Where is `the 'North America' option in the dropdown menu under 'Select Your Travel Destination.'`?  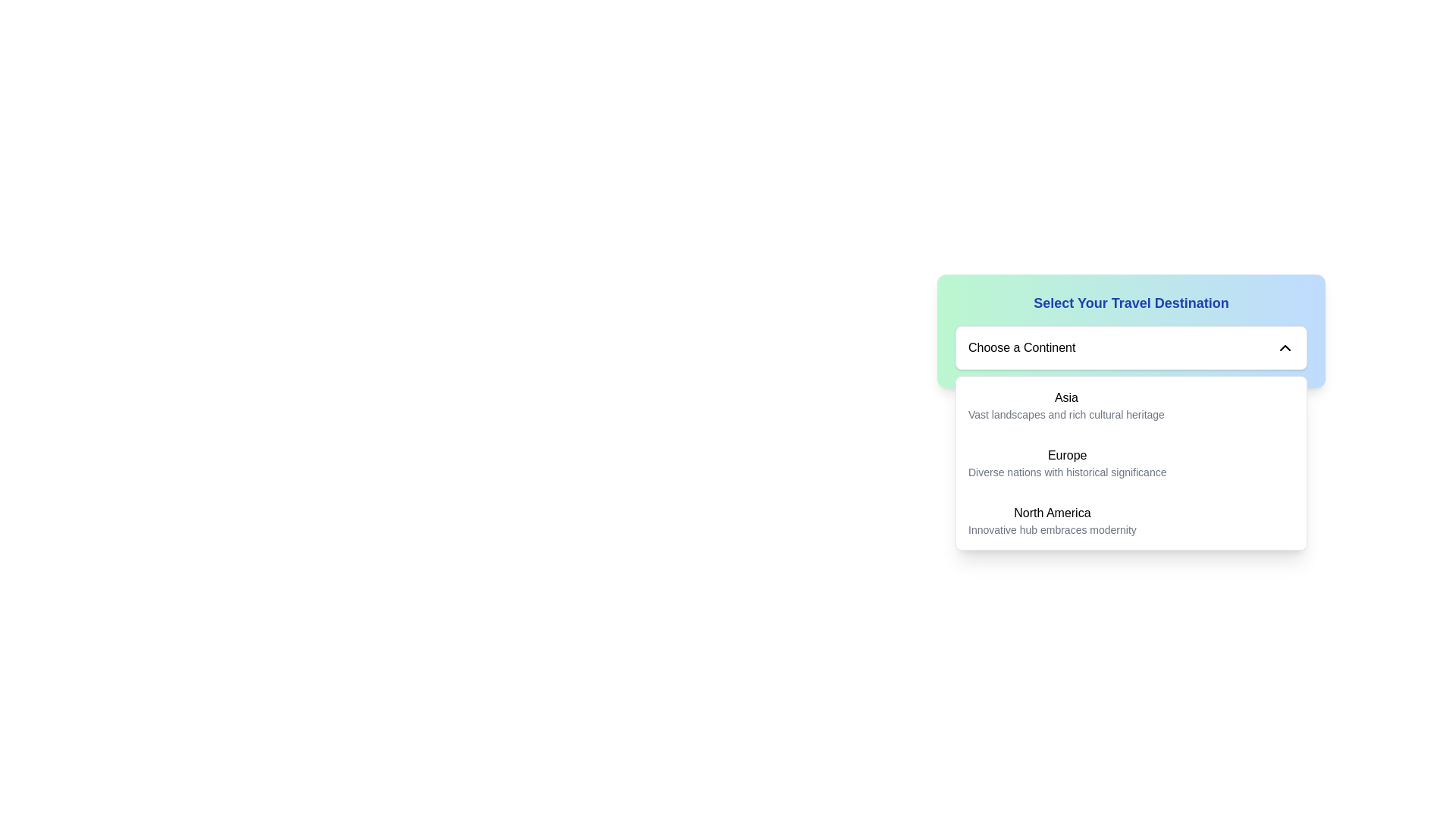
the 'North America' option in the dropdown menu under 'Select Your Travel Destination.' is located at coordinates (1051, 519).